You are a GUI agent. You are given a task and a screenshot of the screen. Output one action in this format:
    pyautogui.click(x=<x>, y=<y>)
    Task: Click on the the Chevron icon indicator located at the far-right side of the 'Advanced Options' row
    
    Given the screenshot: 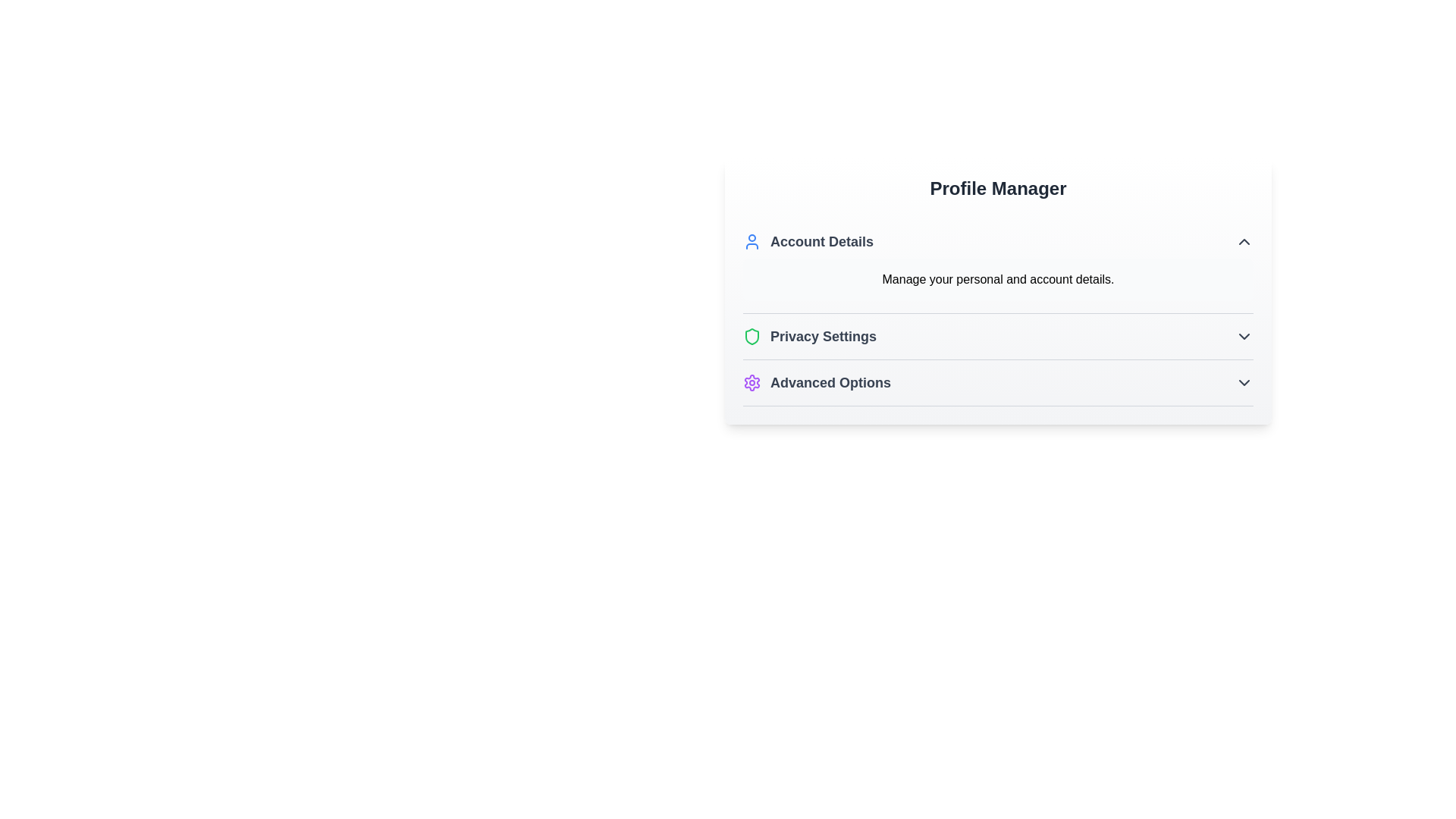 What is the action you would take?
    pyautogui.click(x=1244, y=382)
    